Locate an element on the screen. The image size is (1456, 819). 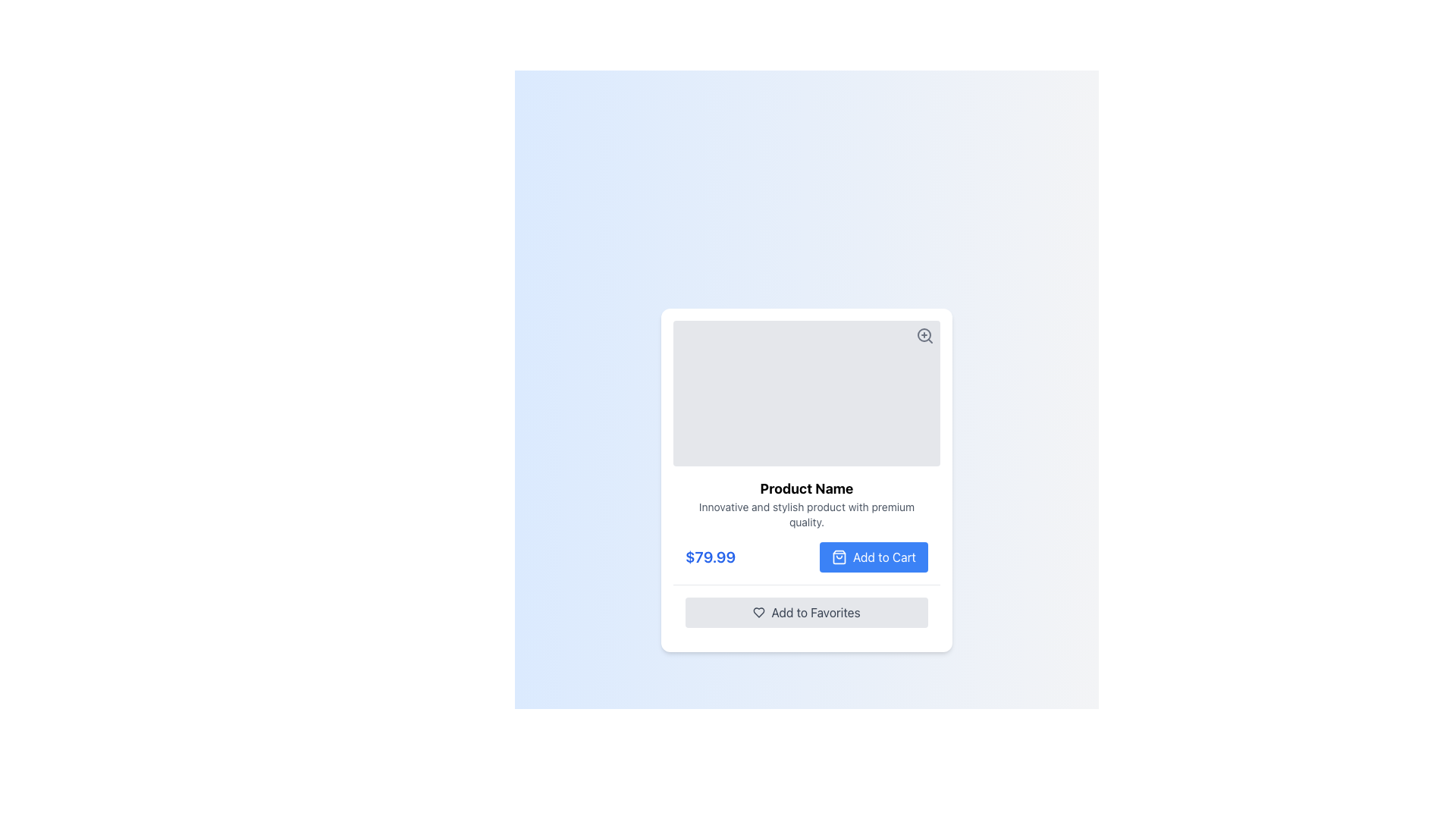
the 'Add to Favorites' icon located to the left of the text within the 'Add to Favorites' button at the bottom of the product card is located at coordinates (759, 611).